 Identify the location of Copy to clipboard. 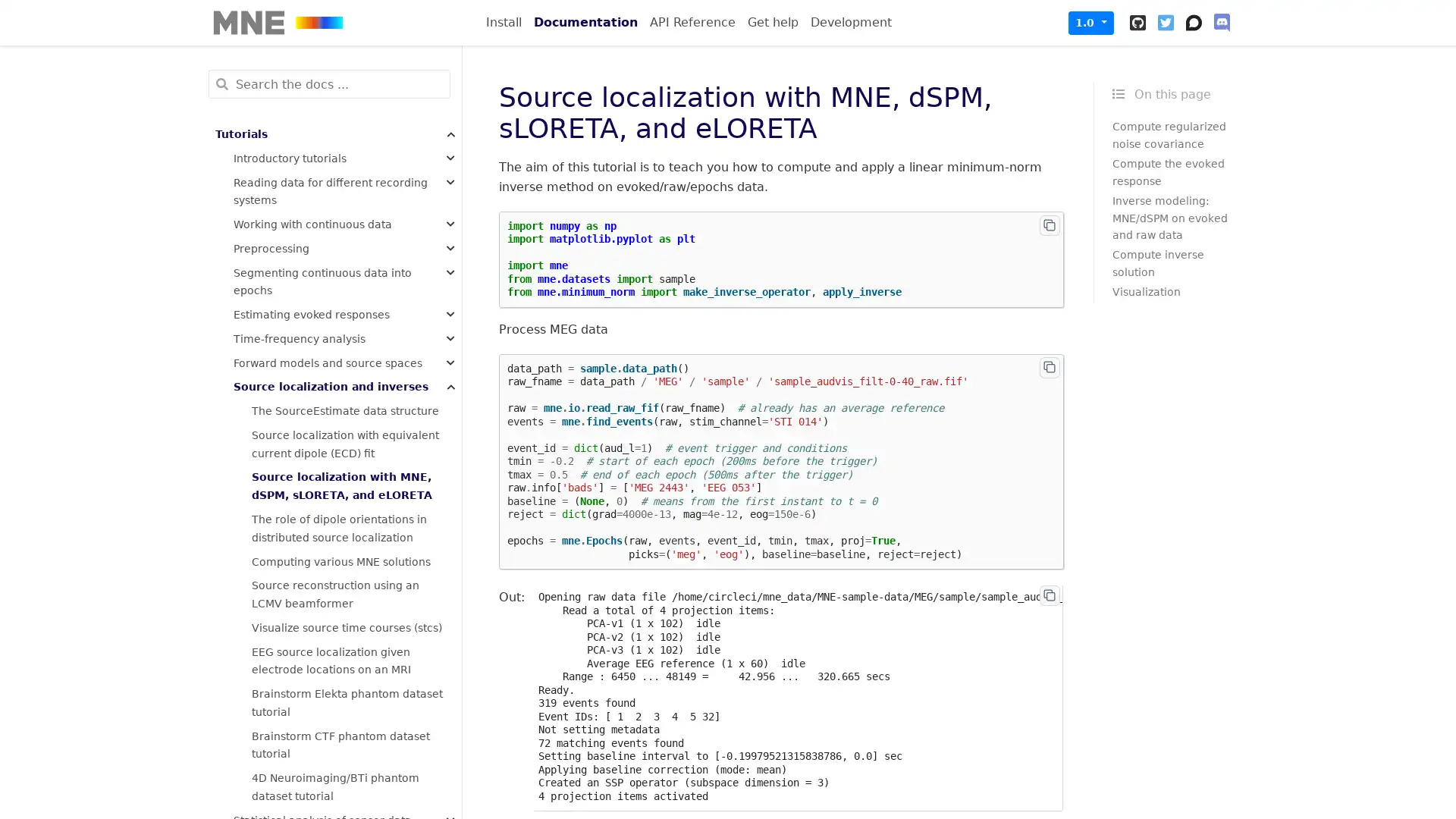
(1048, 367).